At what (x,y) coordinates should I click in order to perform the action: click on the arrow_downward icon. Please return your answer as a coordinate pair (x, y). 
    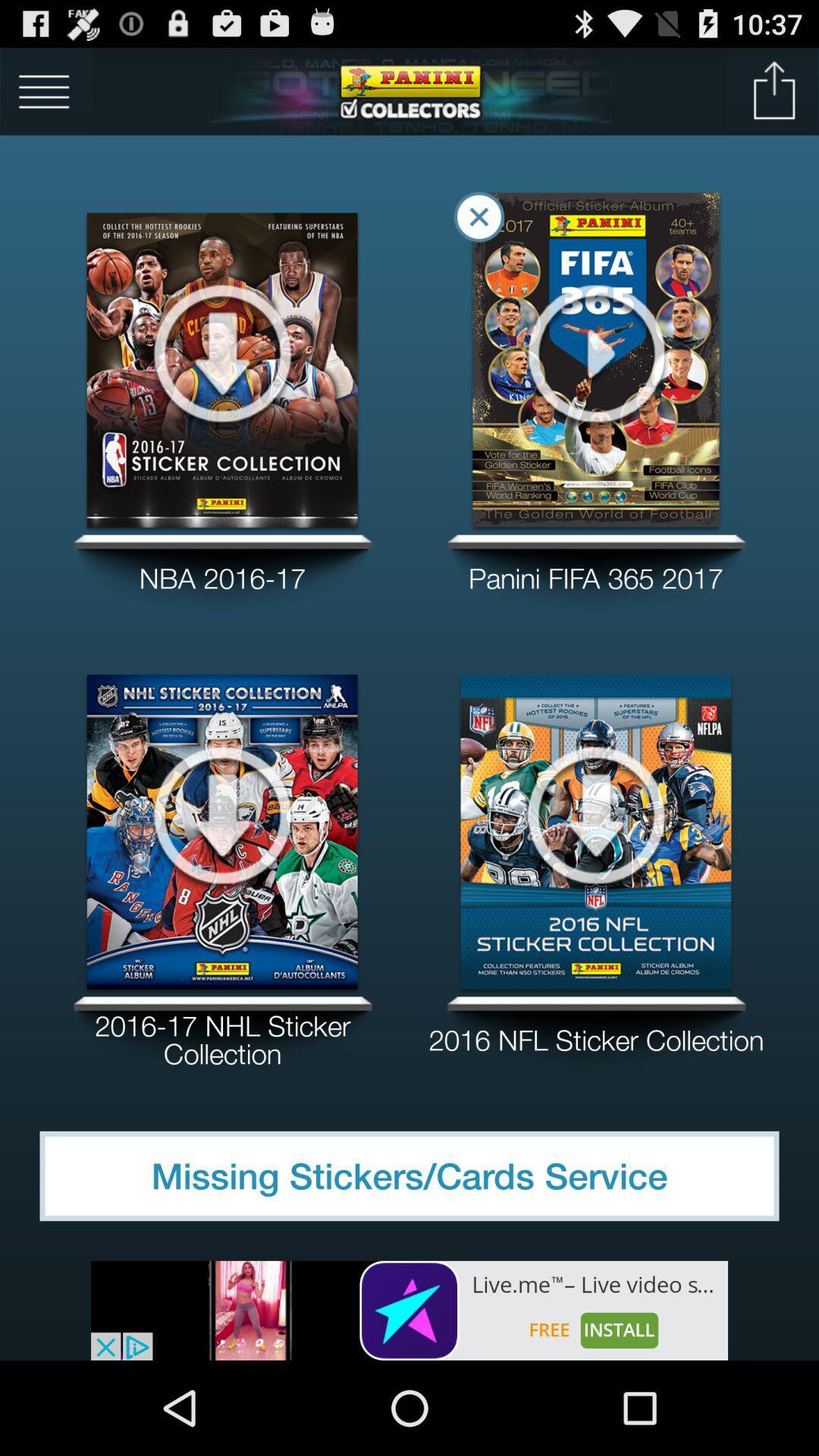
    Looking at the image, I should click on (222, 871).